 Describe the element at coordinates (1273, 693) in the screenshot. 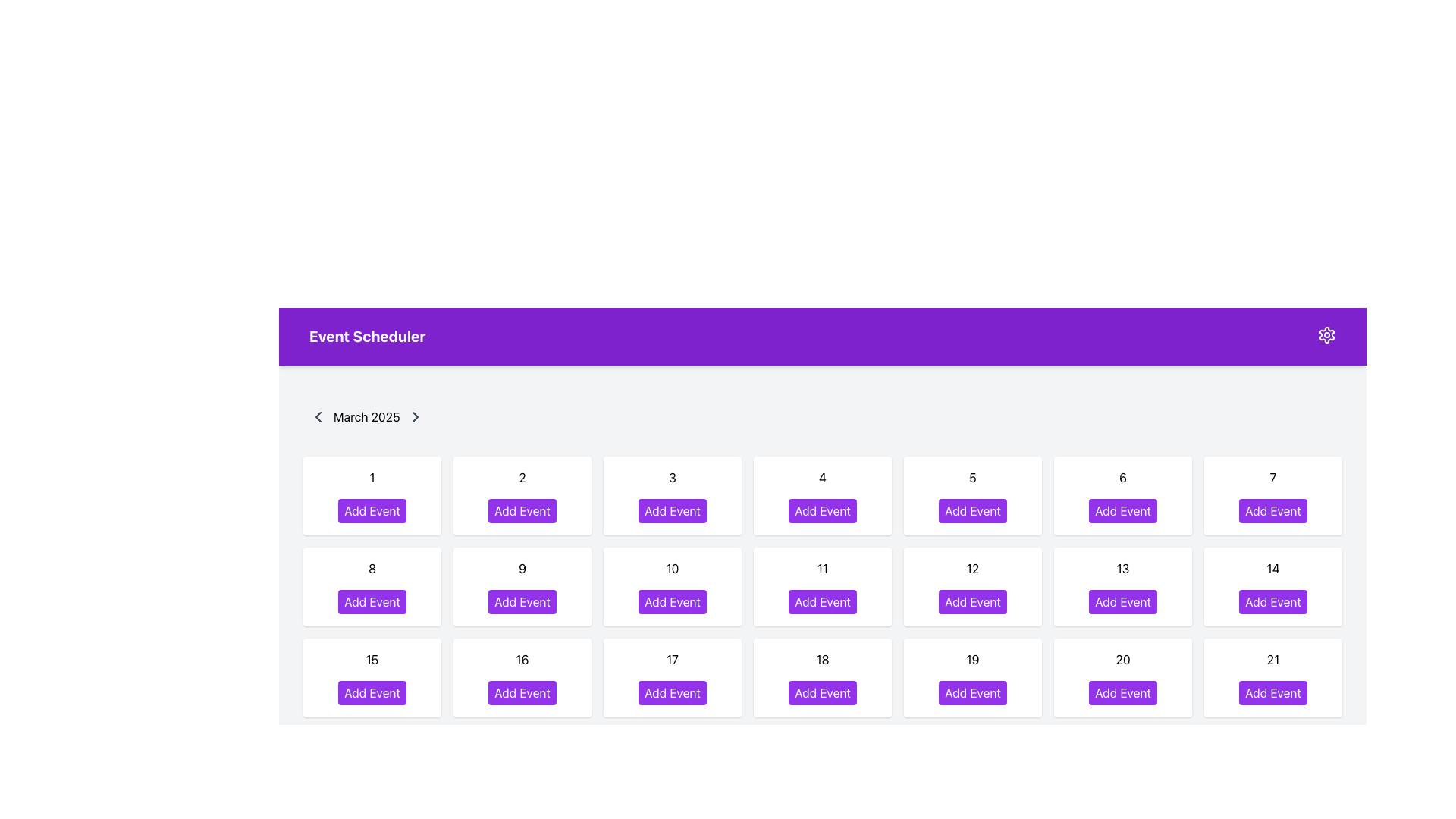

I see `the rectangular button with a purple background and white text reading 'Add Event' located in the cell labeled '21' on the calendar grid` at that location.